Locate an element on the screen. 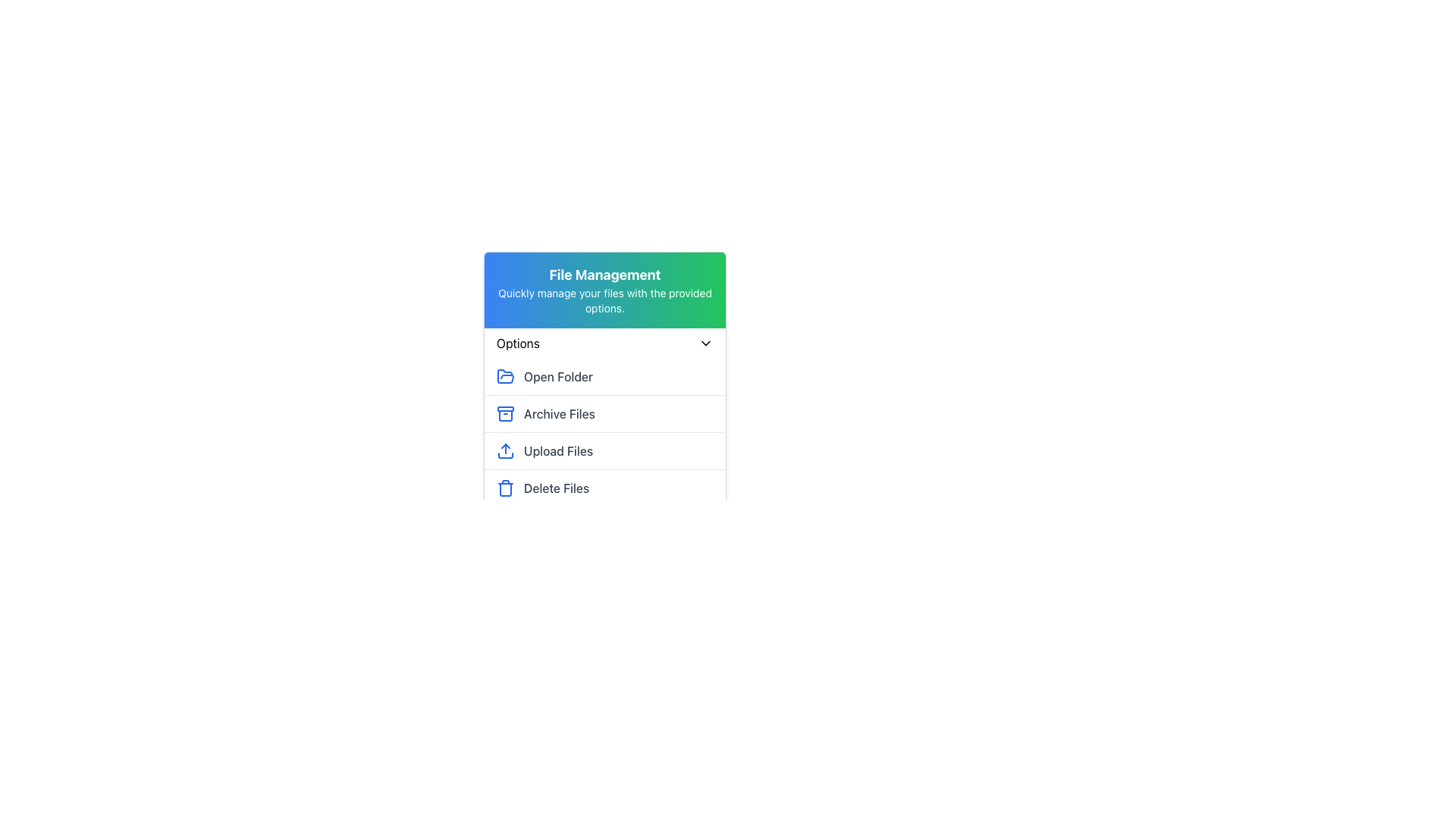 The width and height of the screenshot is (1456, 819). the upload icon, which is a blue outlined arrow pointing upward above a rectangular base, located in the third list item of the vertical menu under 'Options', next to the 'Upload Files' text is located at coordinates (506, 450).